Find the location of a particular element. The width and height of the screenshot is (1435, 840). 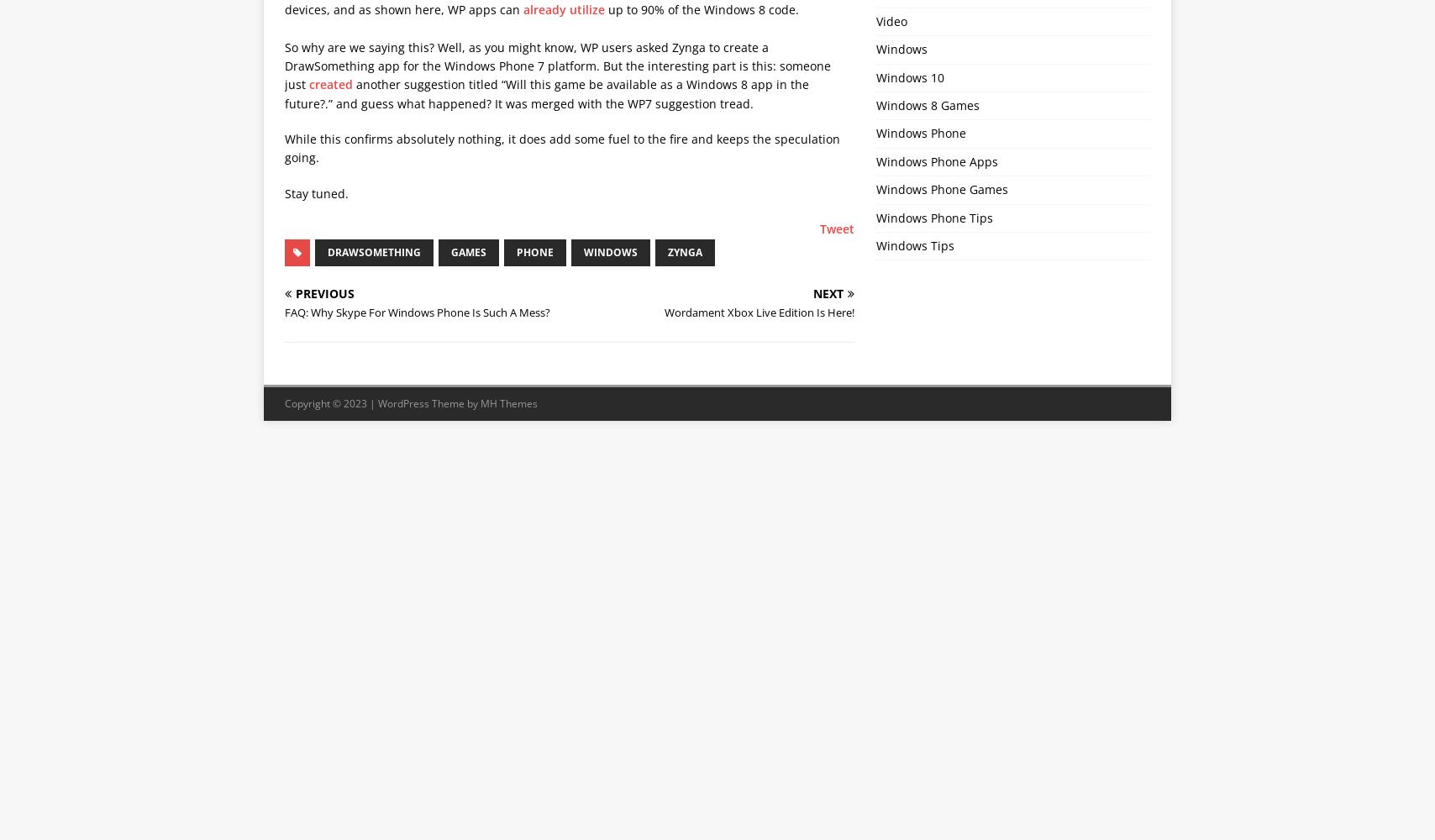

'already utilize' is located at coordinates (564, 8).